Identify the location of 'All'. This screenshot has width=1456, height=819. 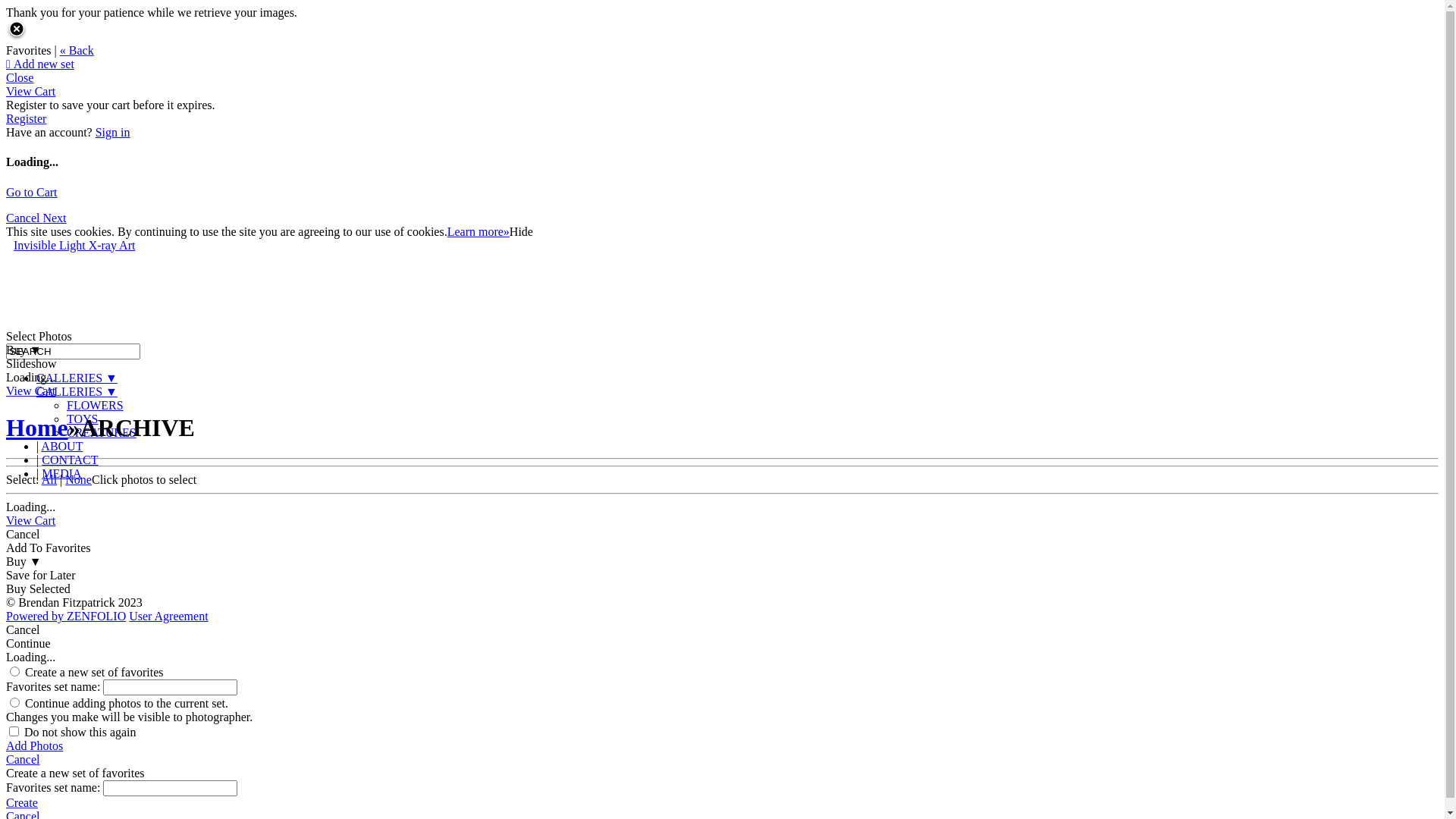
(49, 479).